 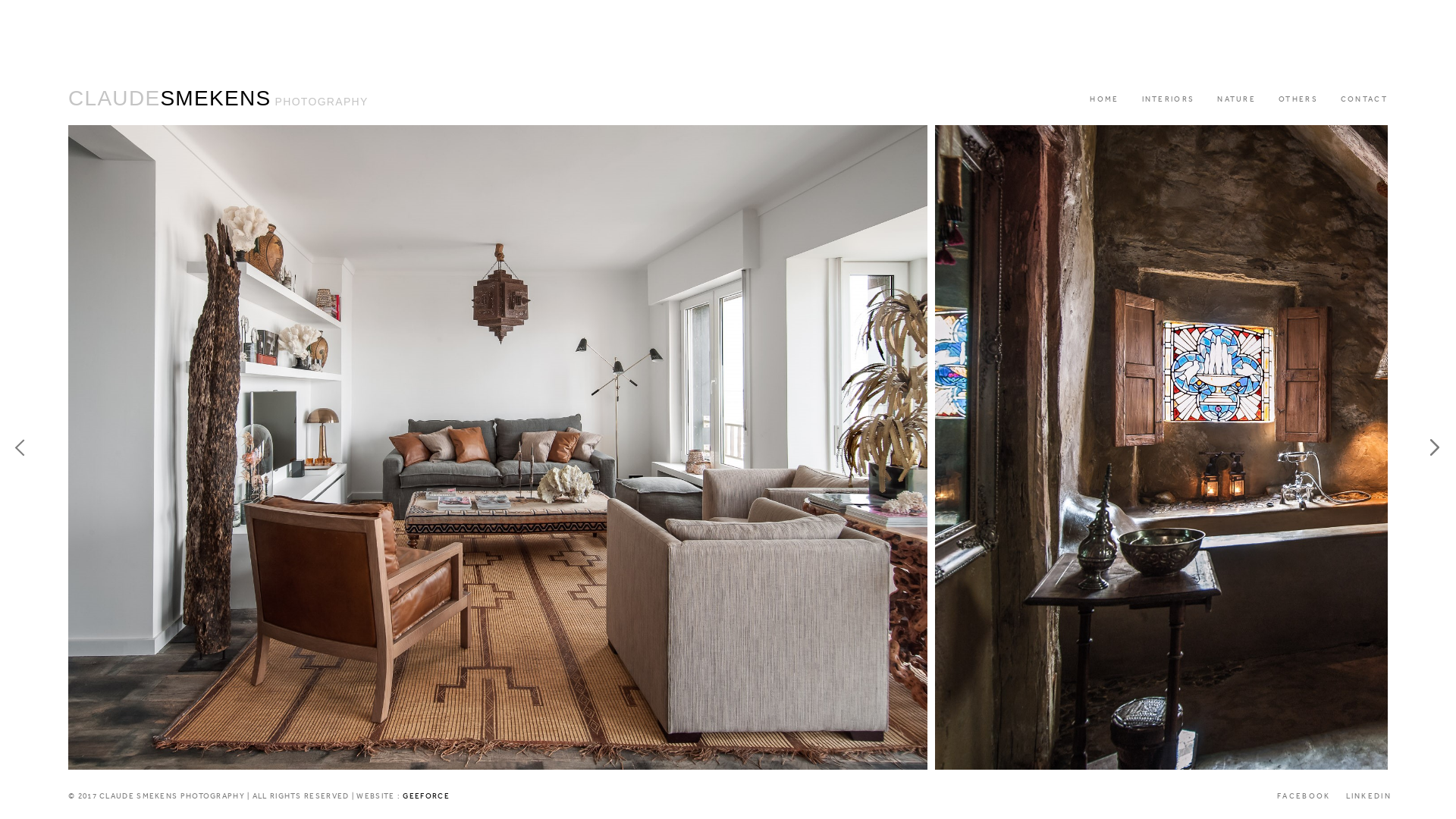 What do you see at coordinates (1236, 99) in the screenshot?
I see `'NATURE'` at bounding box center [1236, 99].